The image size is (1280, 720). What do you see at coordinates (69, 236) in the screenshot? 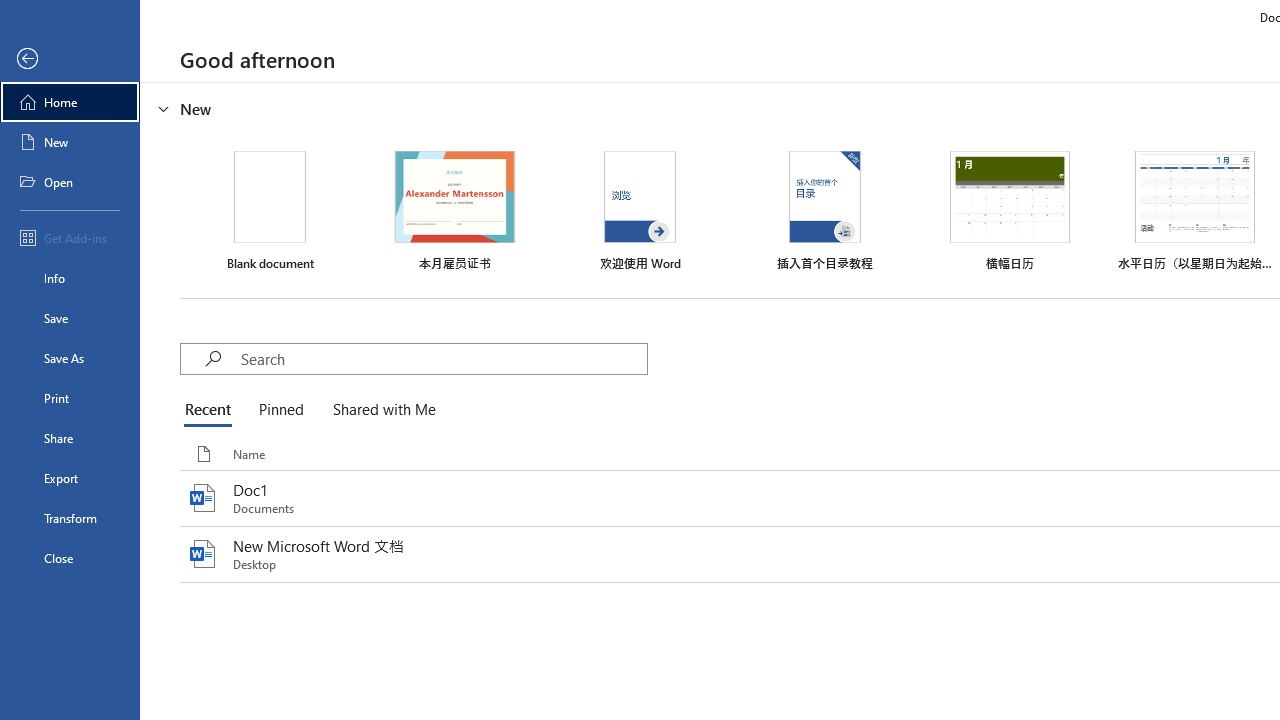
I see `'Get Add-ins'` at bounding box center [69, 236].